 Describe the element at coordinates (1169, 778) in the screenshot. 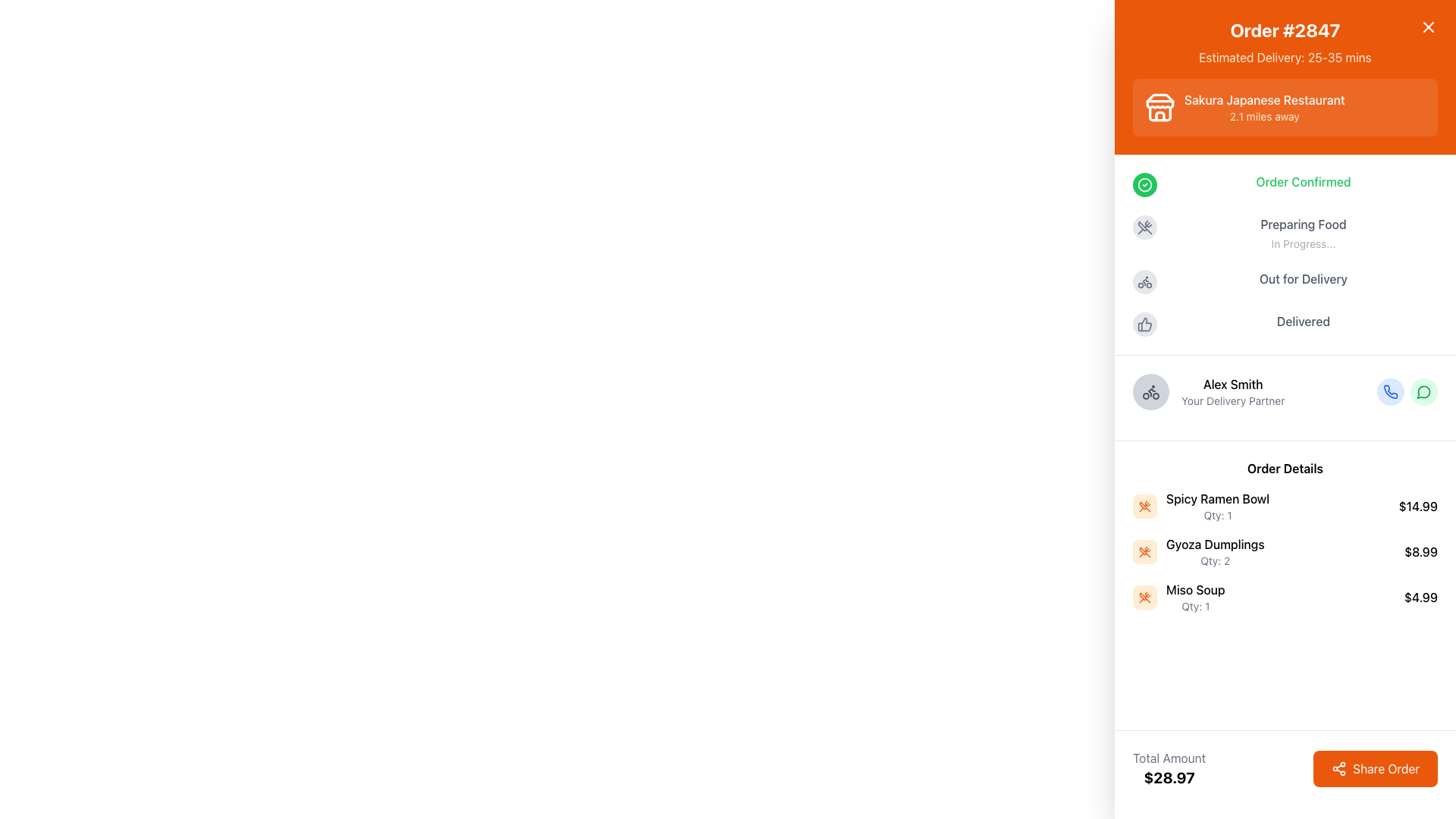

I see `the text displaying the total monetary amount for the order, located at the bottom-right of the interface beneath the 'Total Amount' label and adjacent to the 'Share Order' button` at that location.